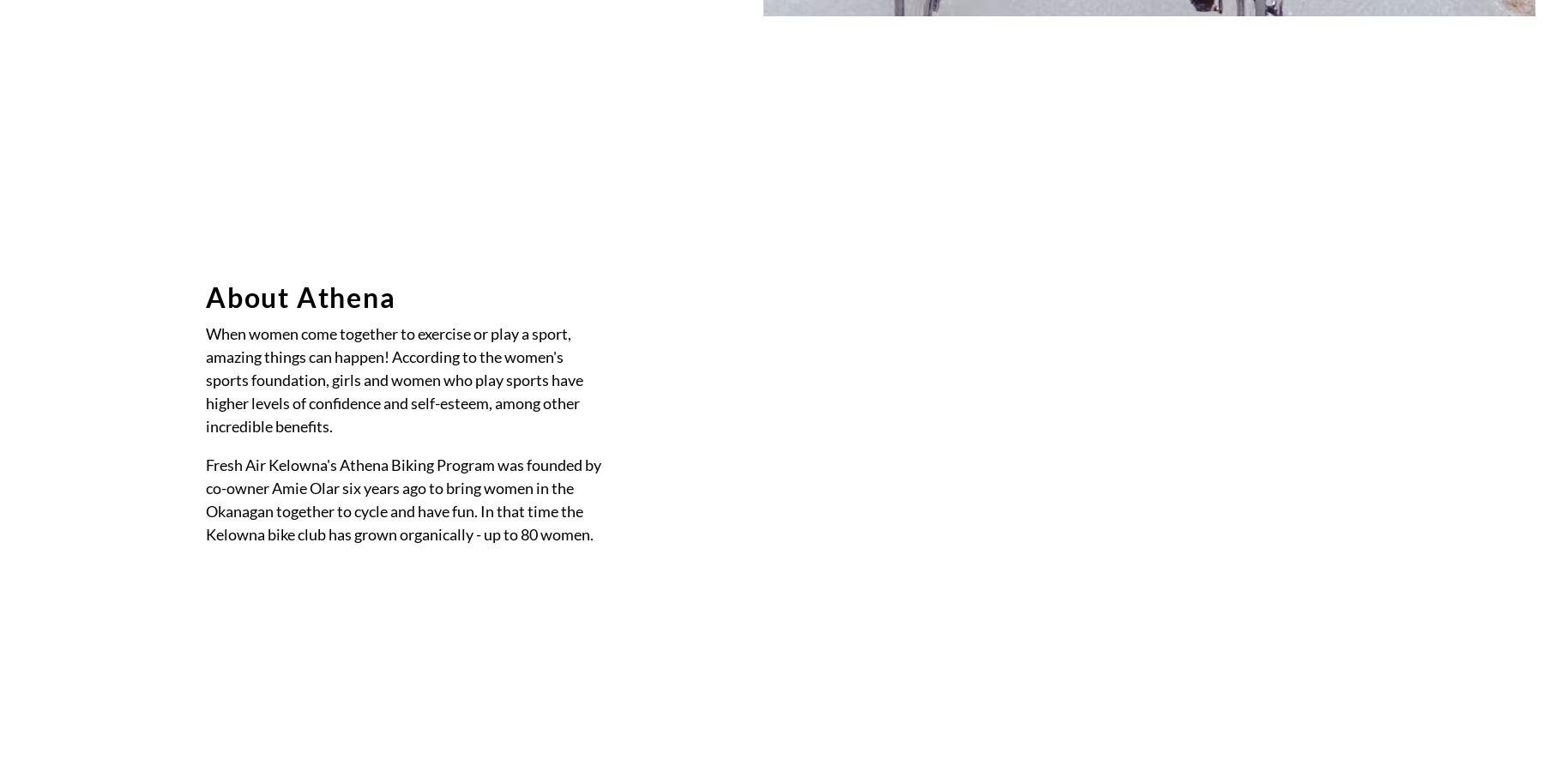  What do you see at coordinates (256, 433) in the screenshot?
I see `'Privacy Policy'` at bounding box center [256, 433].